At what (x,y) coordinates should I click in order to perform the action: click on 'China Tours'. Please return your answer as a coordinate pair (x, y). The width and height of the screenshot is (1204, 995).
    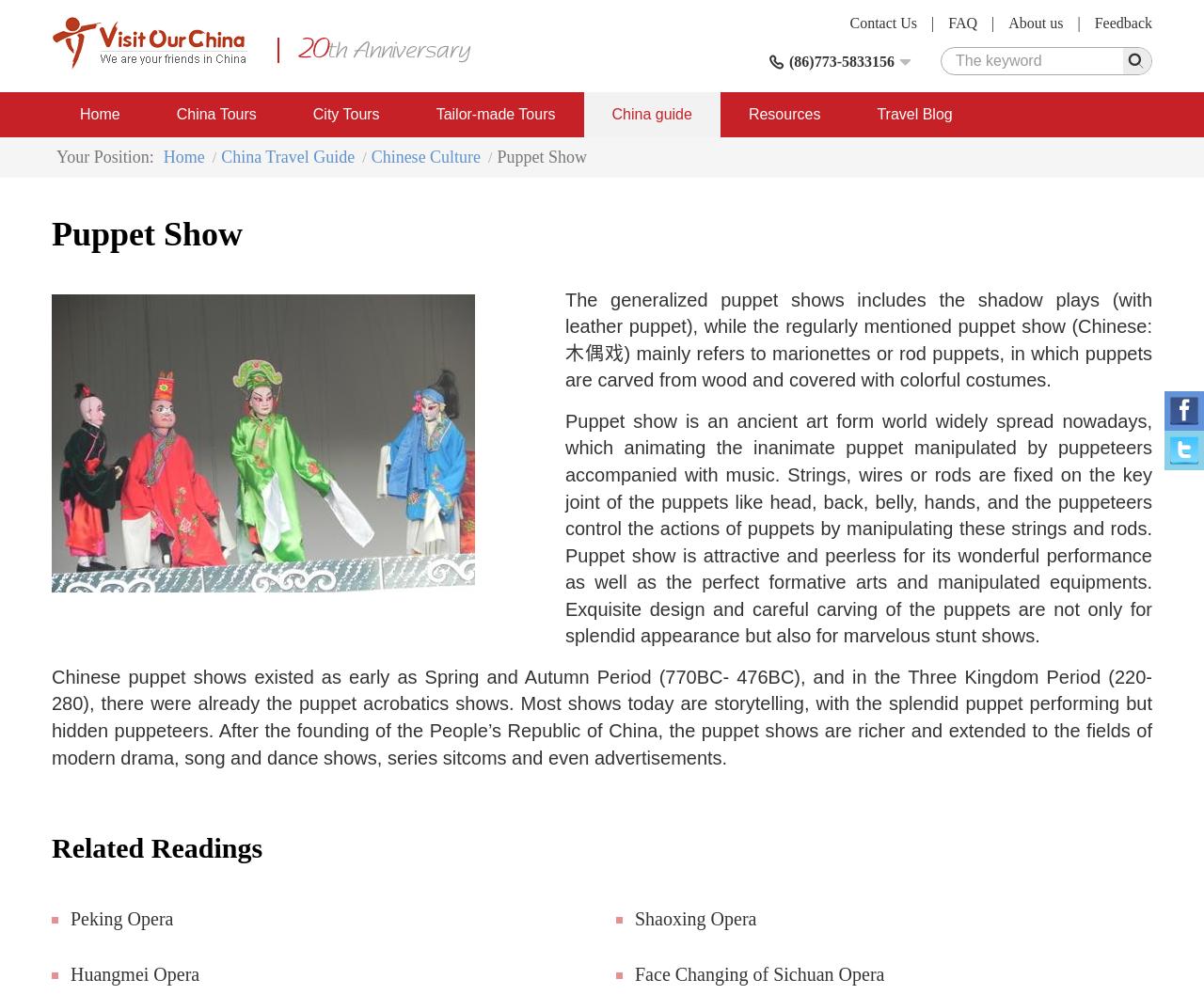
    Looking at the image, I should click on (215, 113).